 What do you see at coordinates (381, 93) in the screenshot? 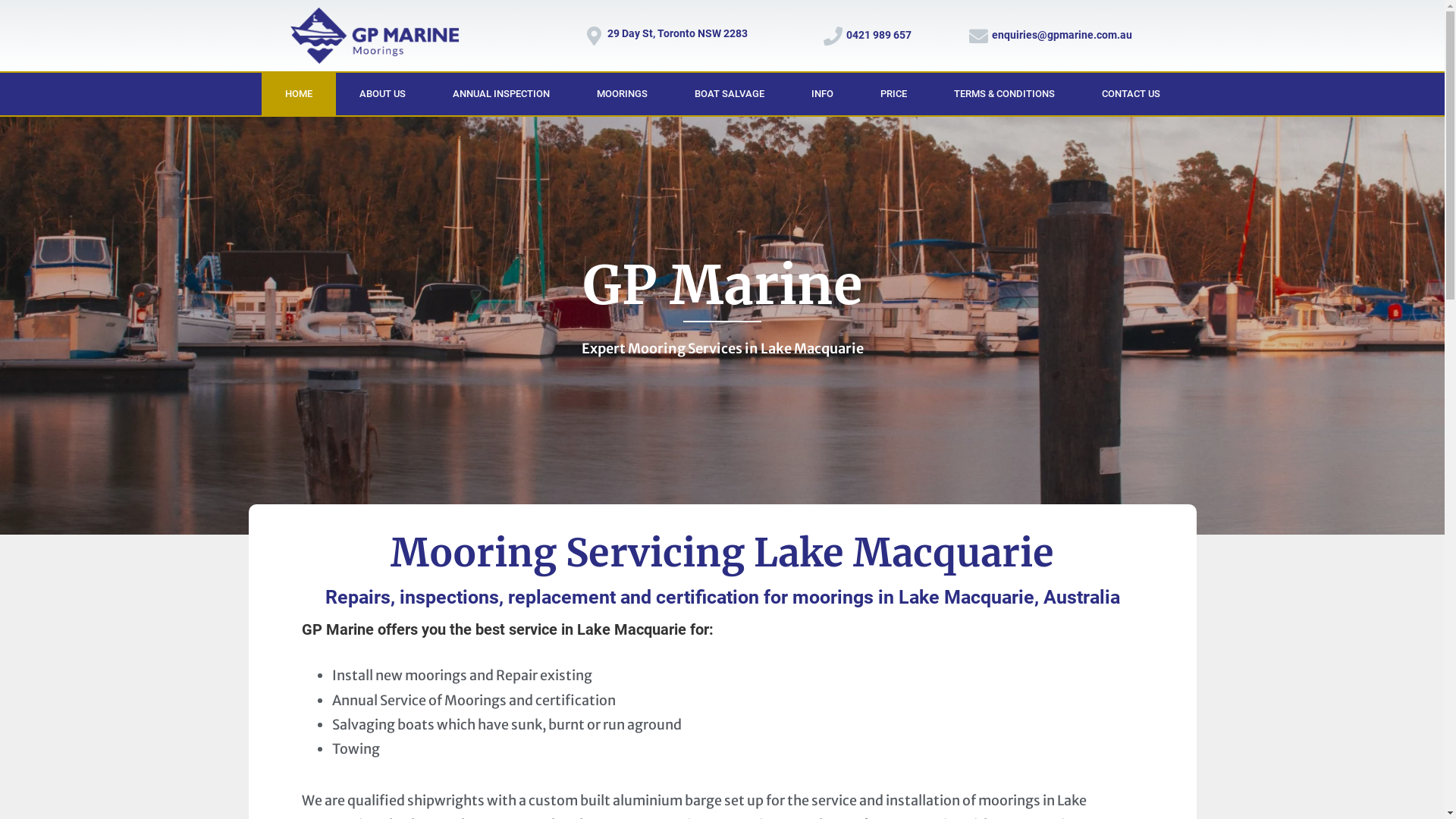
I see `'ABOUT US'` at bounding box center [381, 93].